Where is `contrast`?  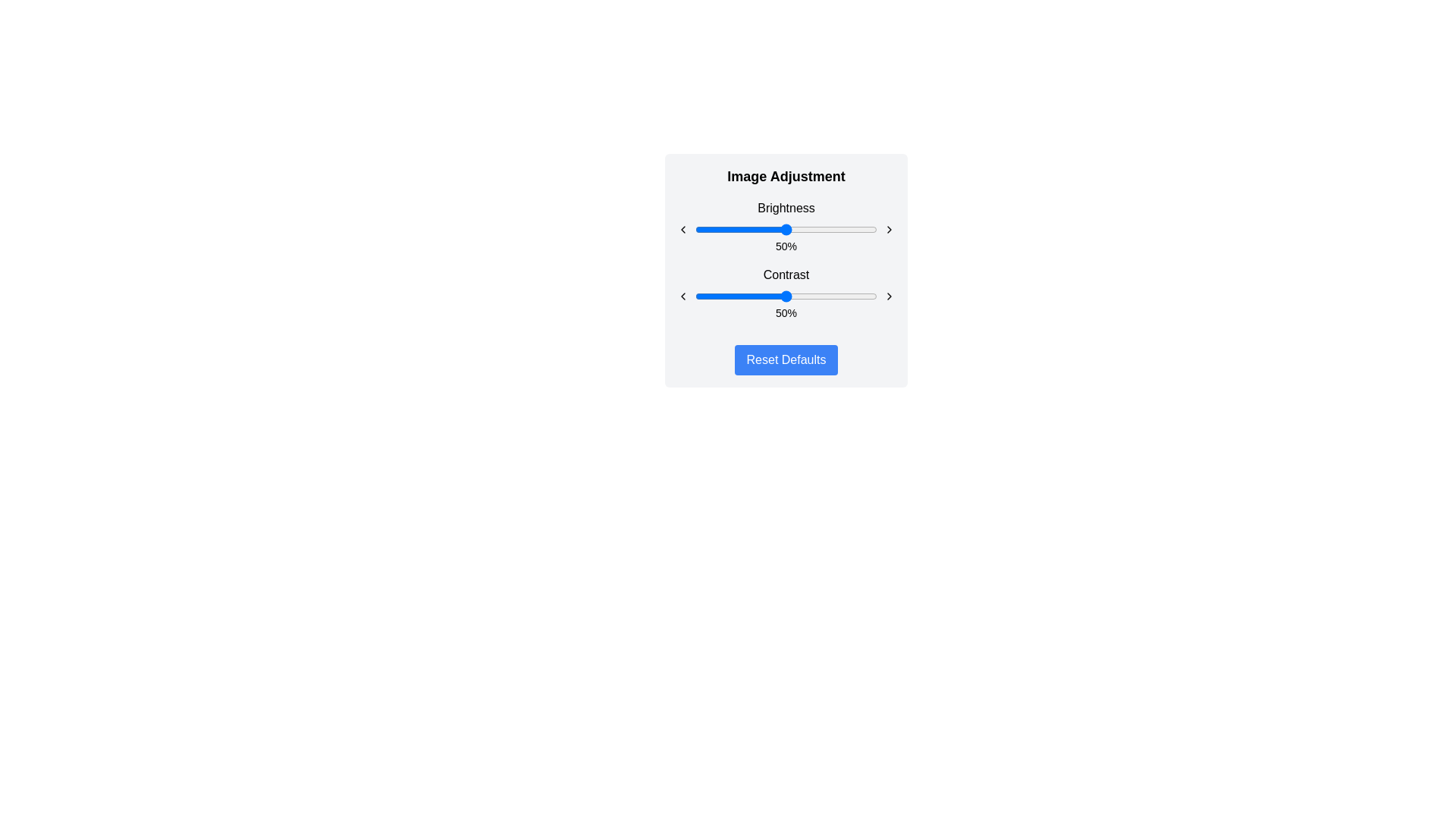
contrast is located at coordinates (757, 296).